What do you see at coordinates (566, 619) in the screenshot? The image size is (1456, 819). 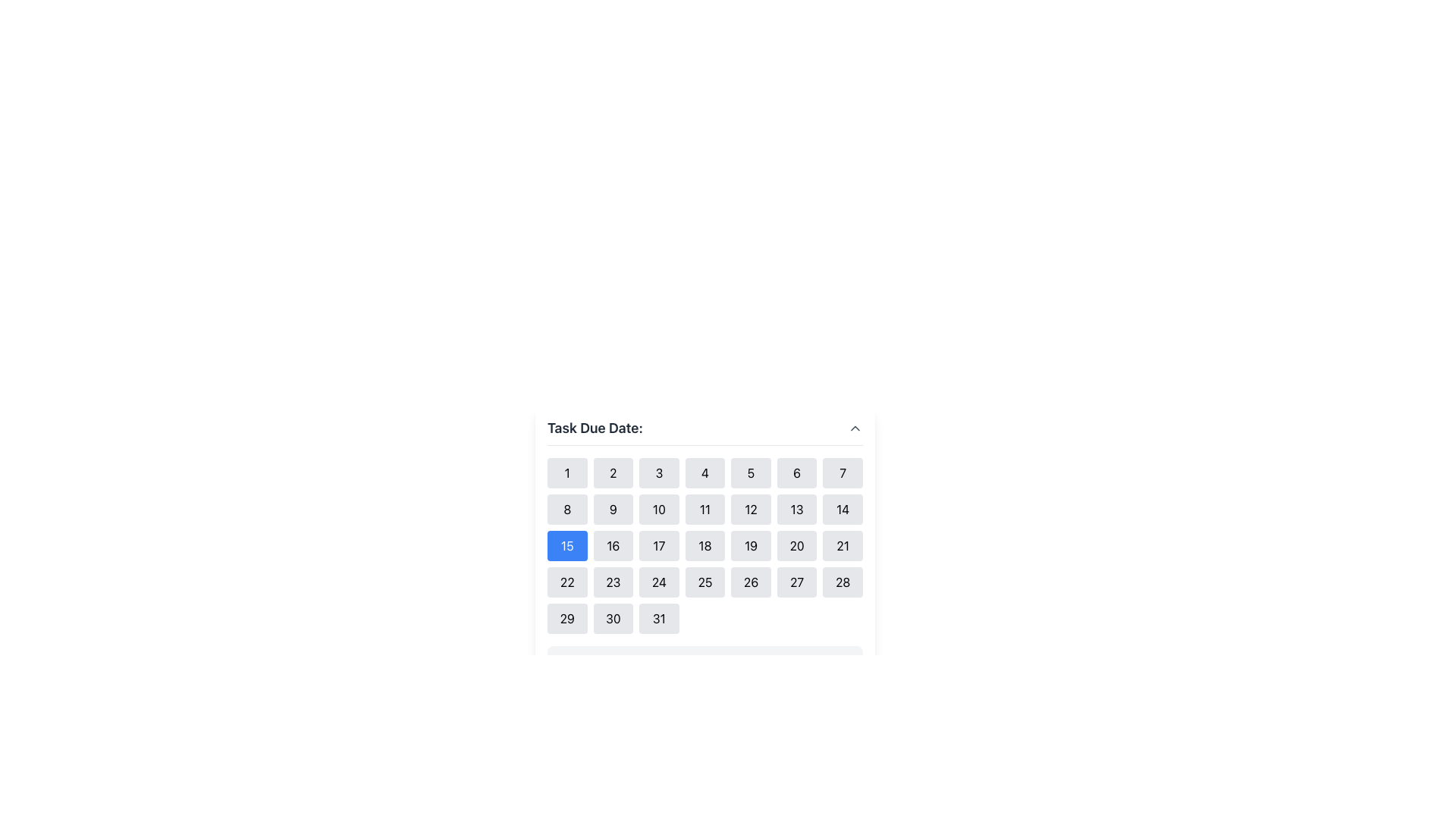 I see `the calendar button representing the 29th day under the 'Task Due Date' label to change its background color` at bounding box center [566, 619].